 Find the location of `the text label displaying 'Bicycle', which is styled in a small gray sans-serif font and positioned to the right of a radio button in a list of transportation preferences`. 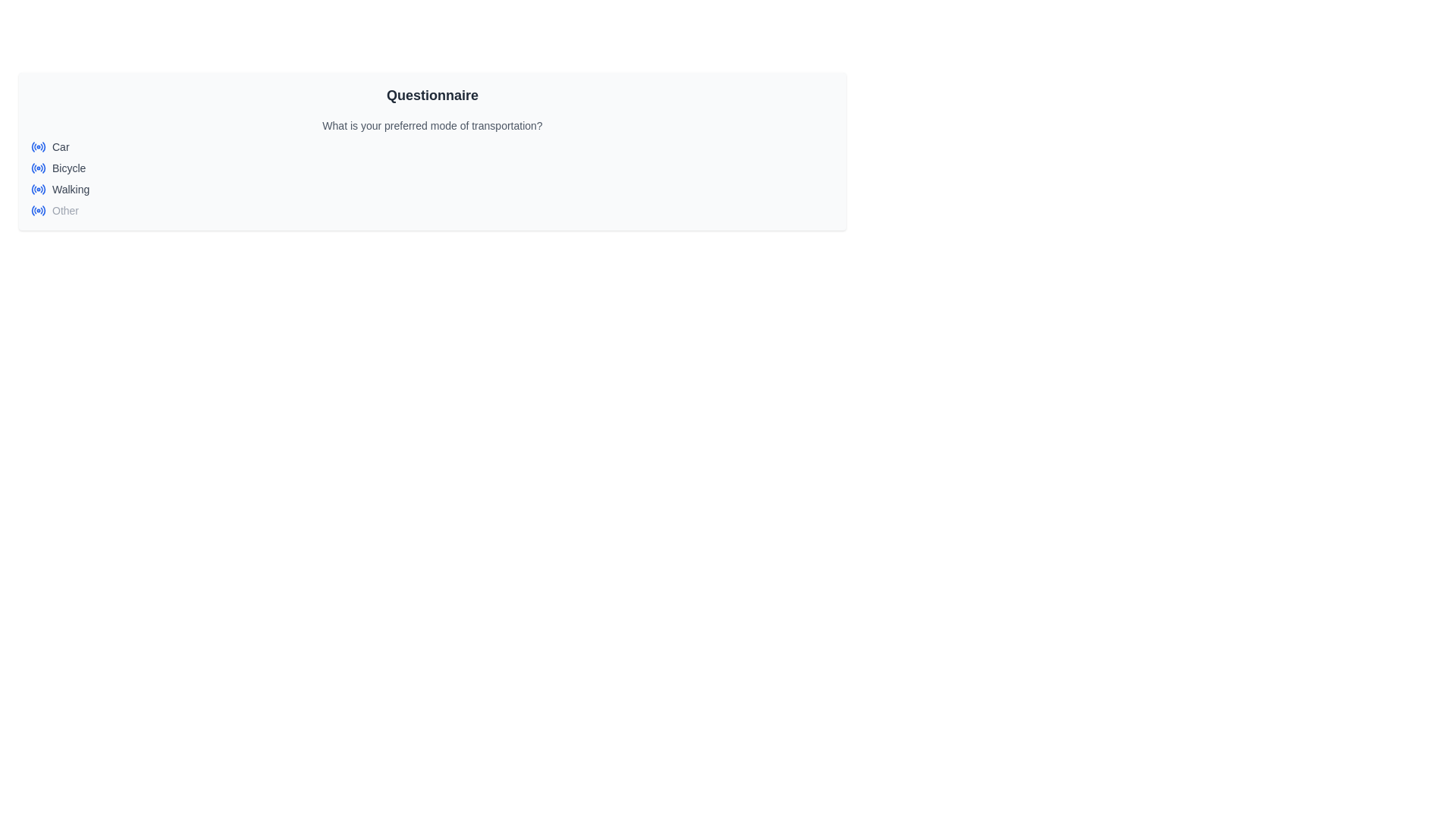

the text label displaying 'Bicycle', which is styled in a small gray sans-serif font and positioned to the right of a radio button in a list of transportation preferences is located at coordinates (68, 168).